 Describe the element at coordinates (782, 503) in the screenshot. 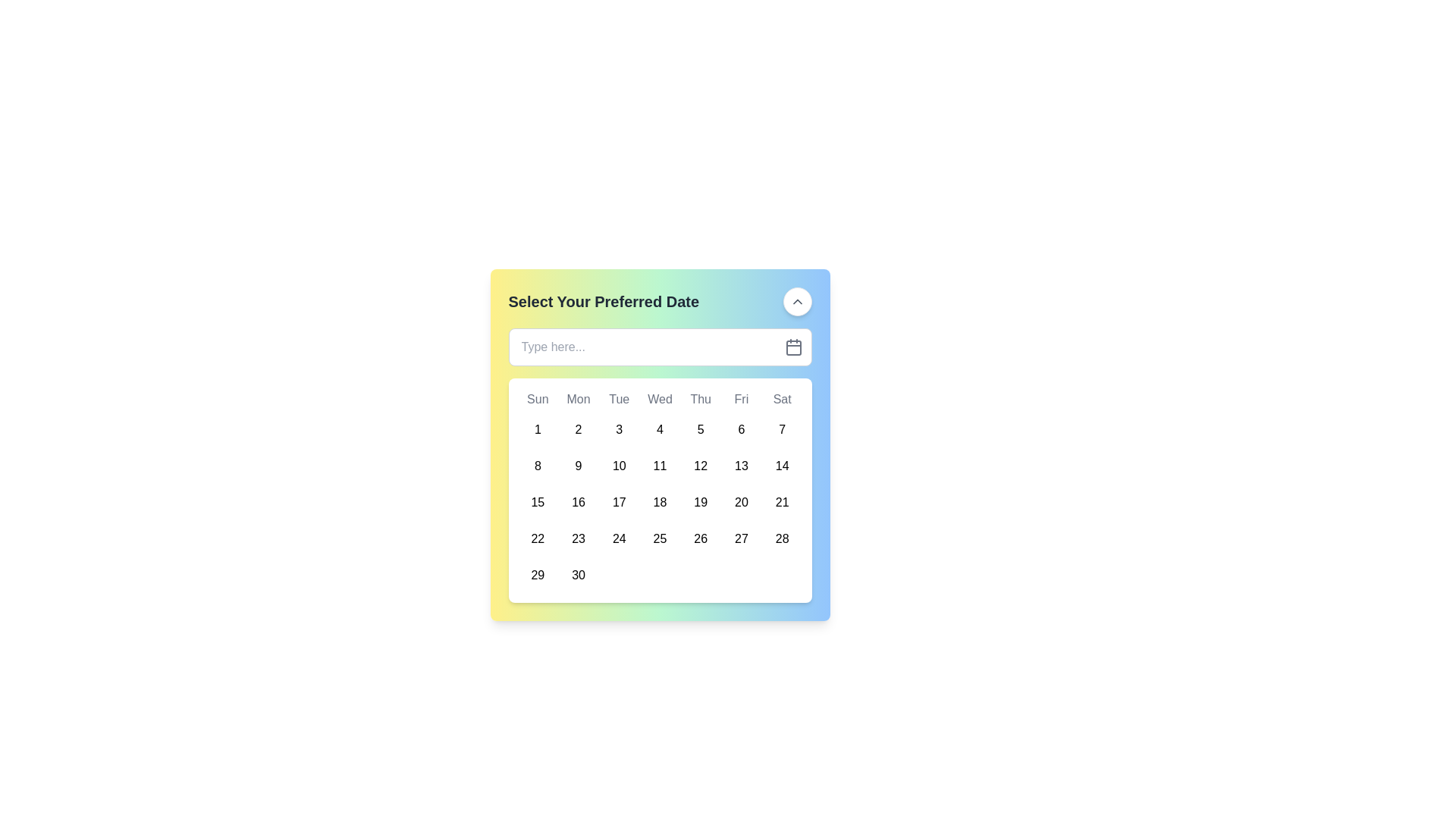

I see `the circular button displaying '21' located` at that location.